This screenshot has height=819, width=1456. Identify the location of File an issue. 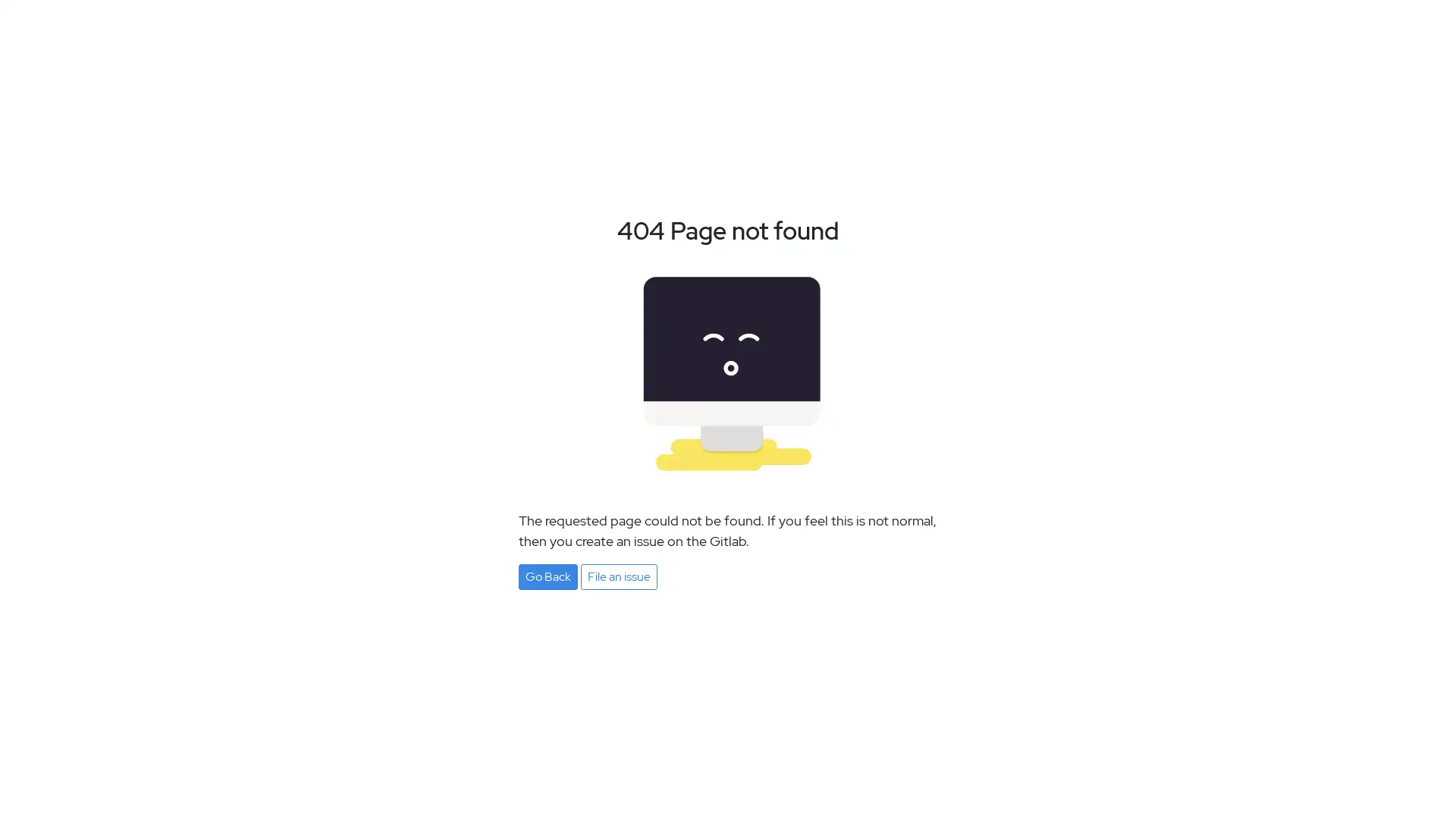
(619, 576).